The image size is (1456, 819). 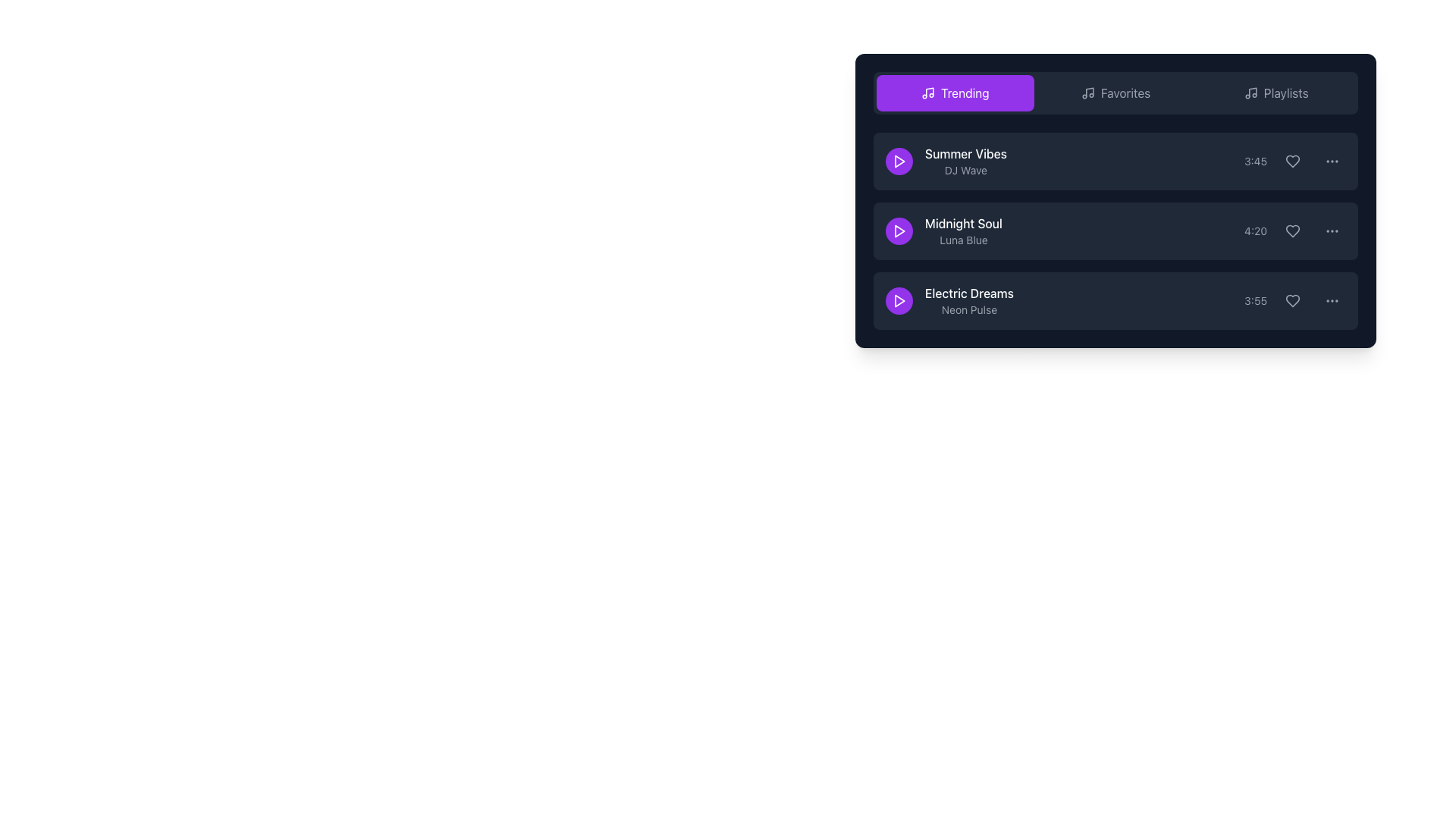 What do you see at coordinates (1256, 161) in the screenshot?
I see `the static text label displaying '3:45' in gray font, which is positioned to the right of the text and left of the icon elements in the top item of a vertical list` at bounding box center [1256, 161].